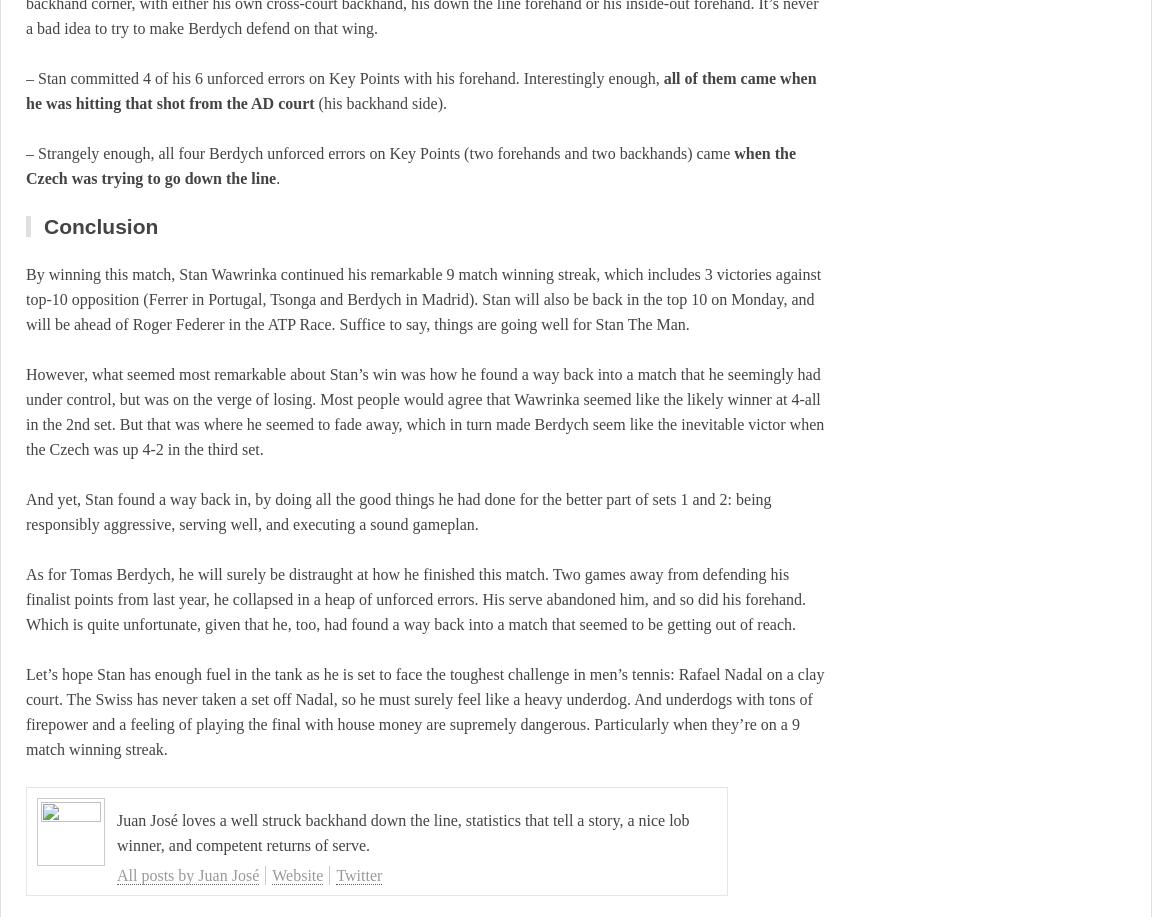 The height and width of the screenshot is (917, 1152). Describe the element at coordinates (423, 711) in the screenshot. I see `'Let’s hope Stan has enough fuel in the tank as he is set to face the toughest challenge in men’s tennis: Rafael Nadal on a clay court. The Swiss has never taken a set off Nadal, so he must surely feel like a heavy underdog. And underdogs with tons of firepower and a feeling of playing the final with house money are supremely dangerous. Particularly when they’re on a 9 match winning streak.'` at that location.